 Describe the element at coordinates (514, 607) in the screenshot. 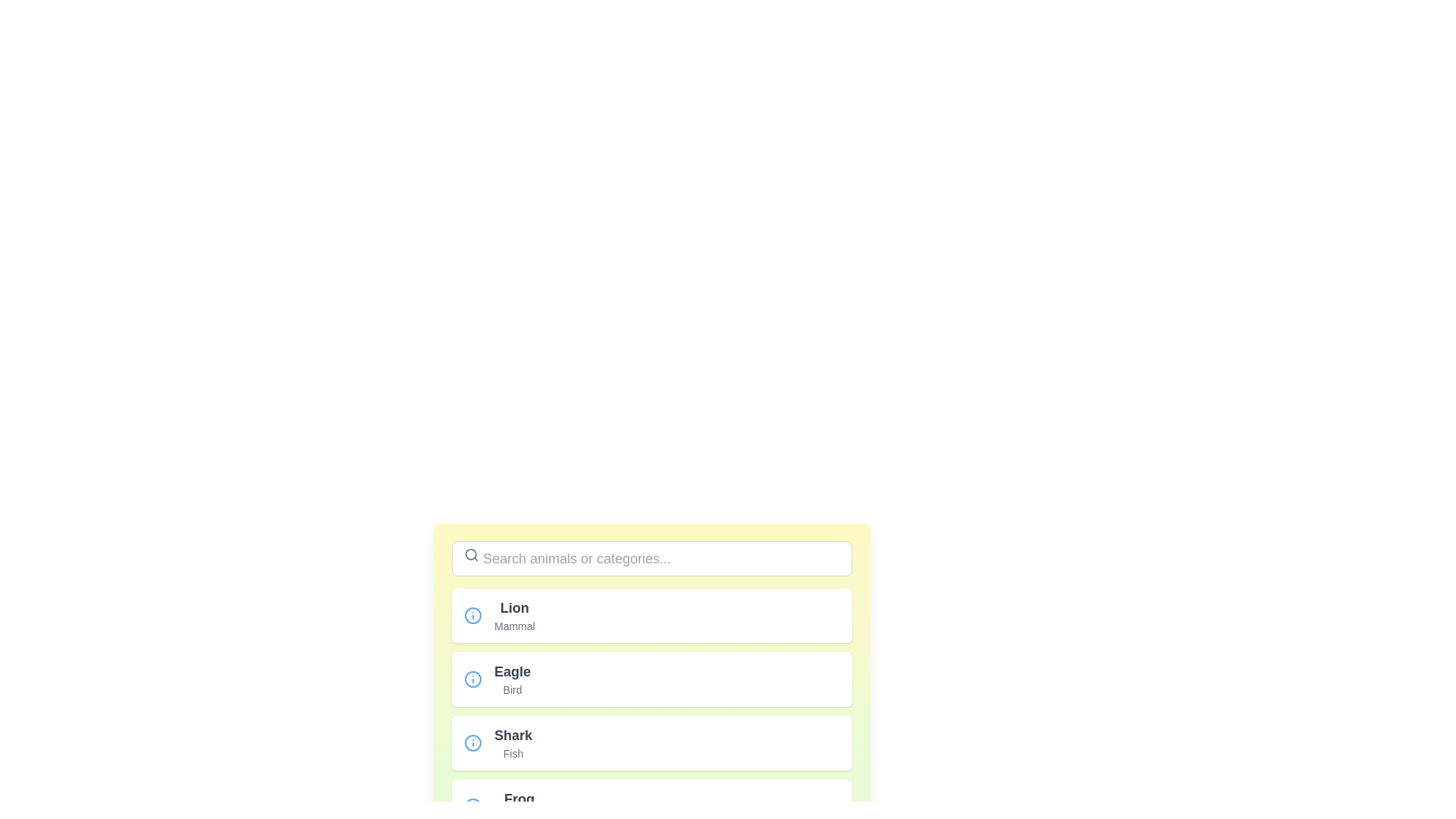

I see `the bold text label 'Lion', which is prominently displayed in a larger gray font above the text 'Mammal'` at that location.